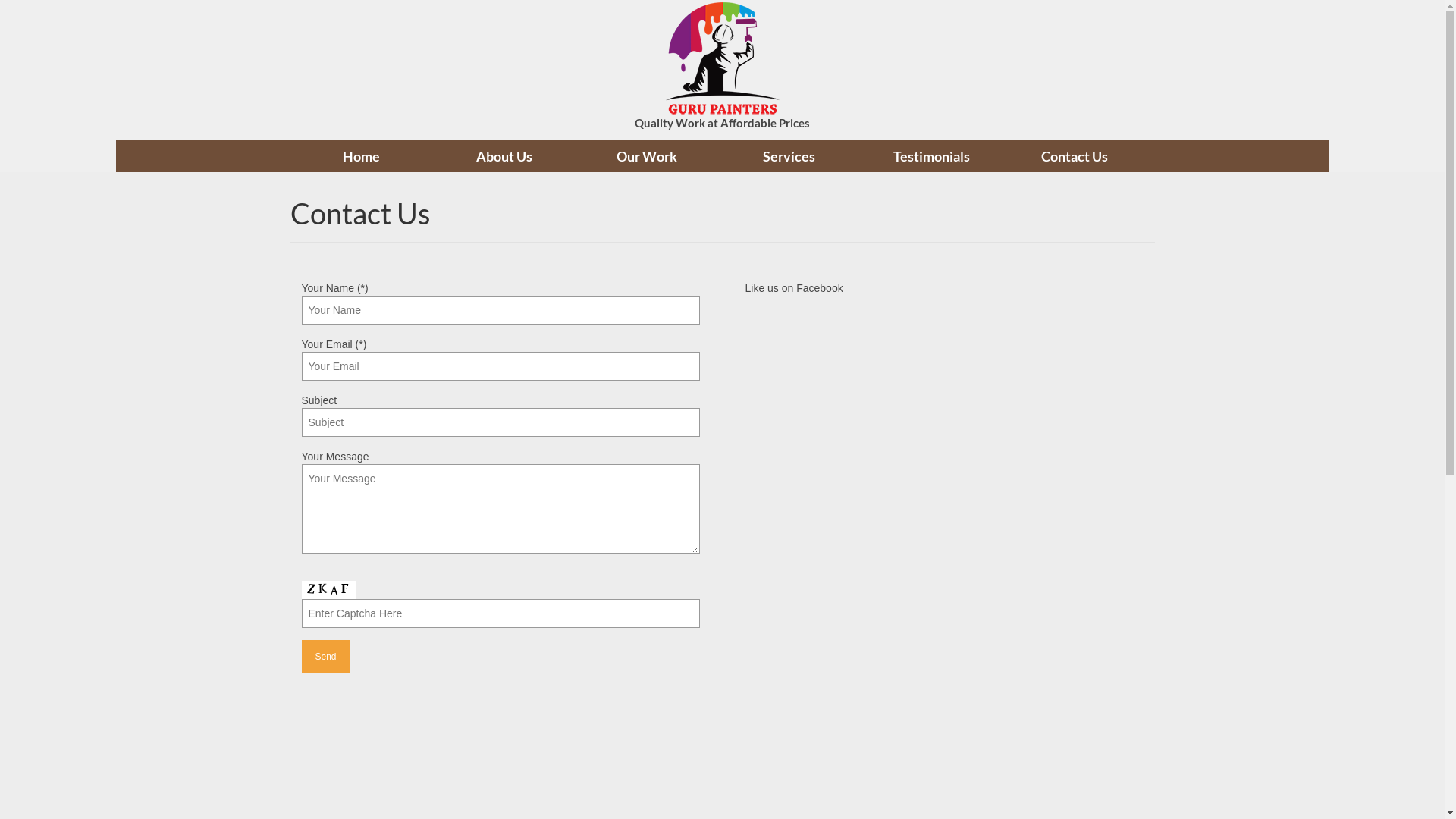 This screenshot has width=1456, height=819. Describe the element at coordinates (290, 155) in the screenshot. I see `'Home'` at that location.